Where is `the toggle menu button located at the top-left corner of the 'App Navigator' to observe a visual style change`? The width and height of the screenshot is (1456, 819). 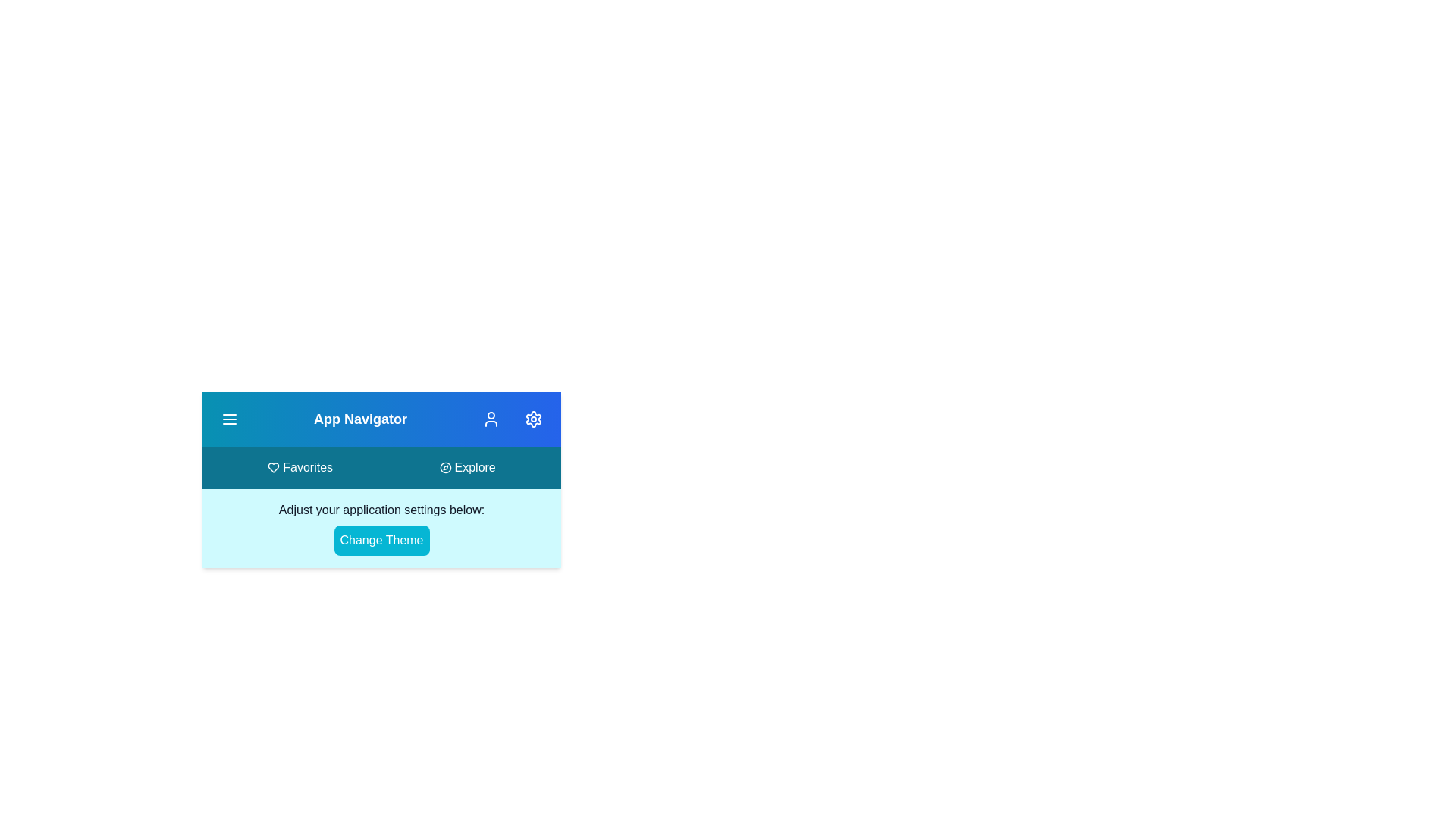 the toggle menu button located at the top-left corner of the 'App Navigator' to observe a visual style change is located at coordinates (228, 419).